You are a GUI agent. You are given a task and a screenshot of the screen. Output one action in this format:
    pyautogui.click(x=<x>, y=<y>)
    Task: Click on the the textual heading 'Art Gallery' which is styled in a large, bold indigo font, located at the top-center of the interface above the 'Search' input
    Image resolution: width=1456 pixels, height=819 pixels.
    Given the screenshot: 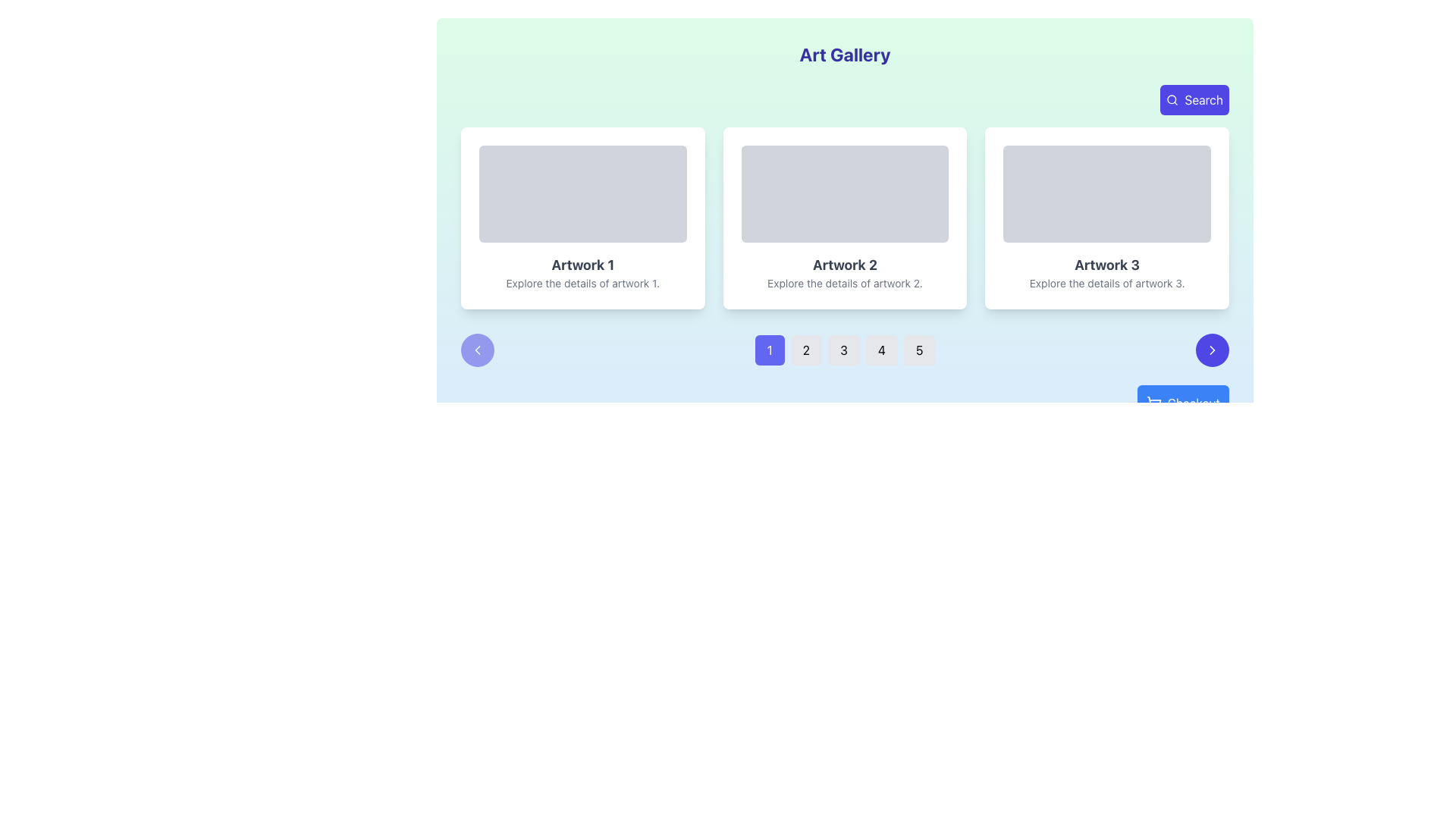 What is the action you would take?
    pyautogui.click(x=844, y=54)
    